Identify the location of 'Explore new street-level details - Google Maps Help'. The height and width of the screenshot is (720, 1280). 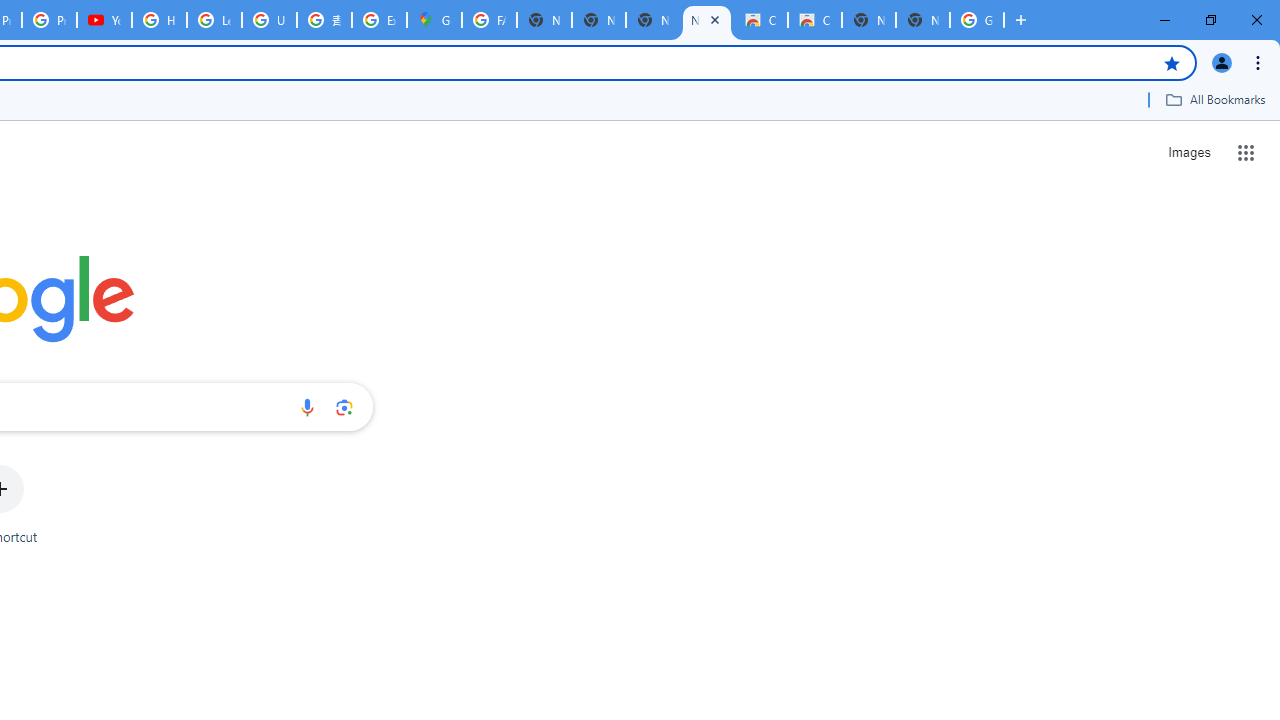
(379, 20).